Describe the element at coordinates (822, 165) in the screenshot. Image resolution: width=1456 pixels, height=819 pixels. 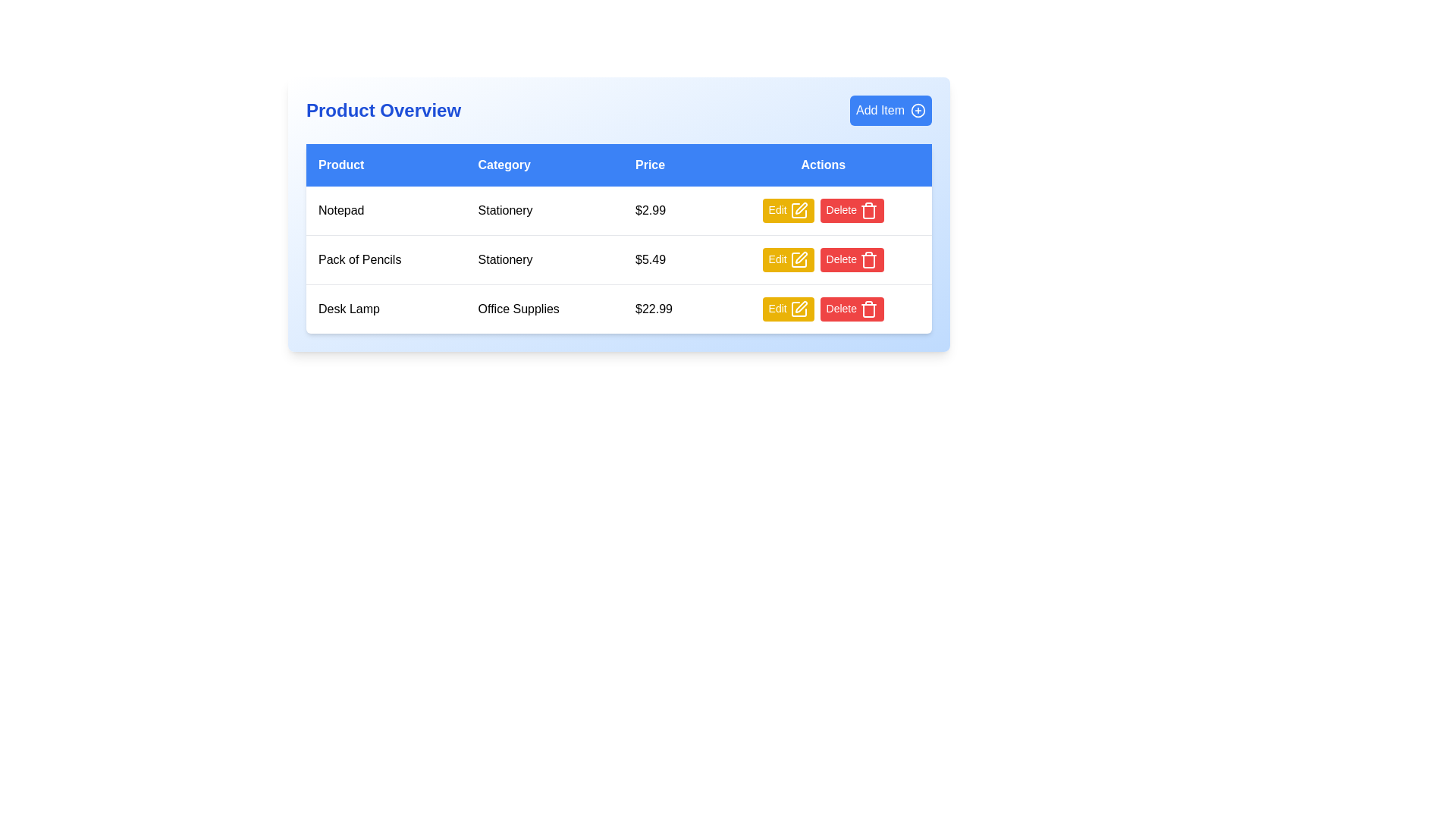
I see `the 'Actions' text label, which is a rectangular area displaying the text in white on a blue background, styled with a bold font and located to the right of the 'Price' header` at that location.